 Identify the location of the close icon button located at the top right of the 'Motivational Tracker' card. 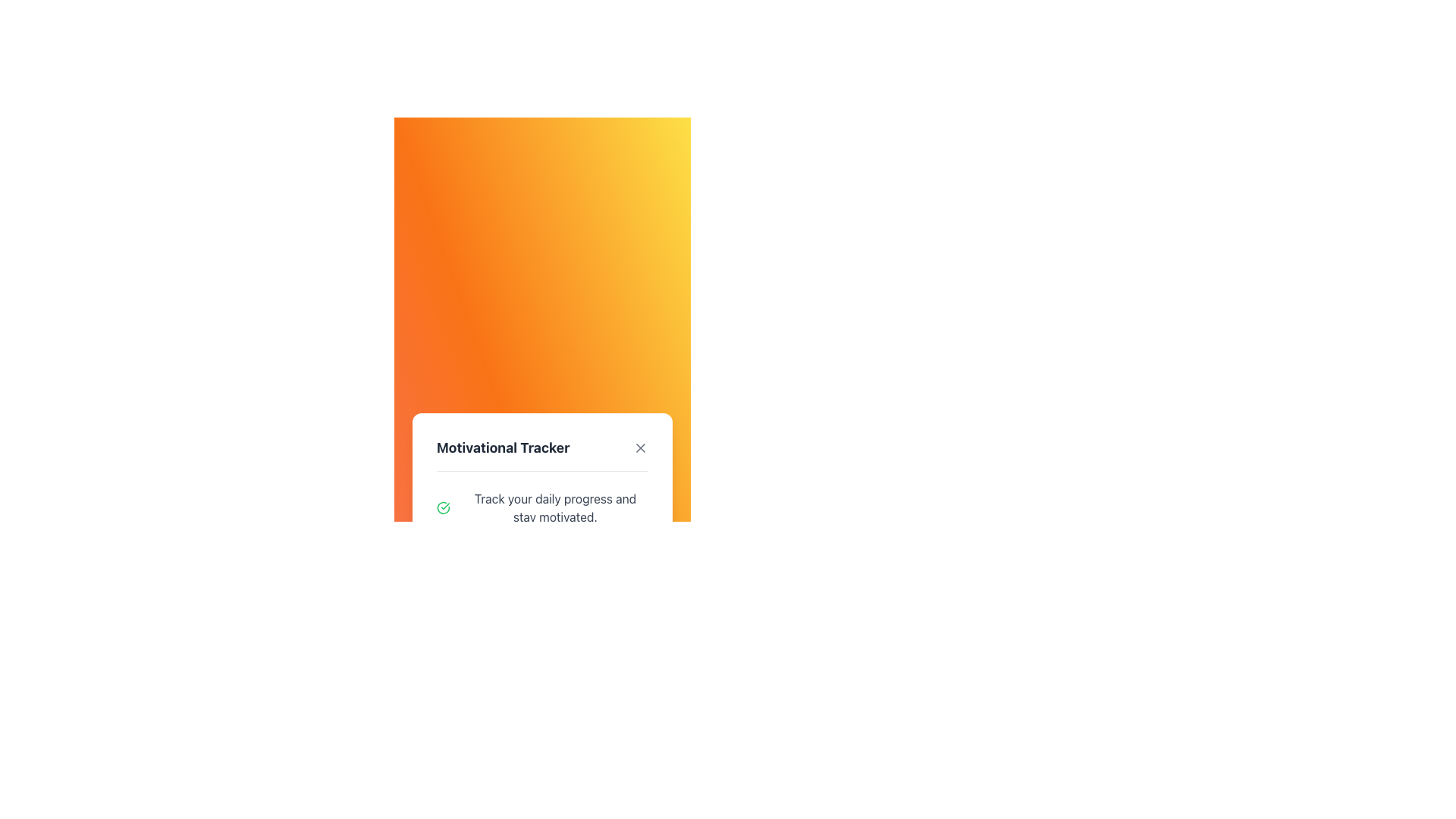
(640, 447).